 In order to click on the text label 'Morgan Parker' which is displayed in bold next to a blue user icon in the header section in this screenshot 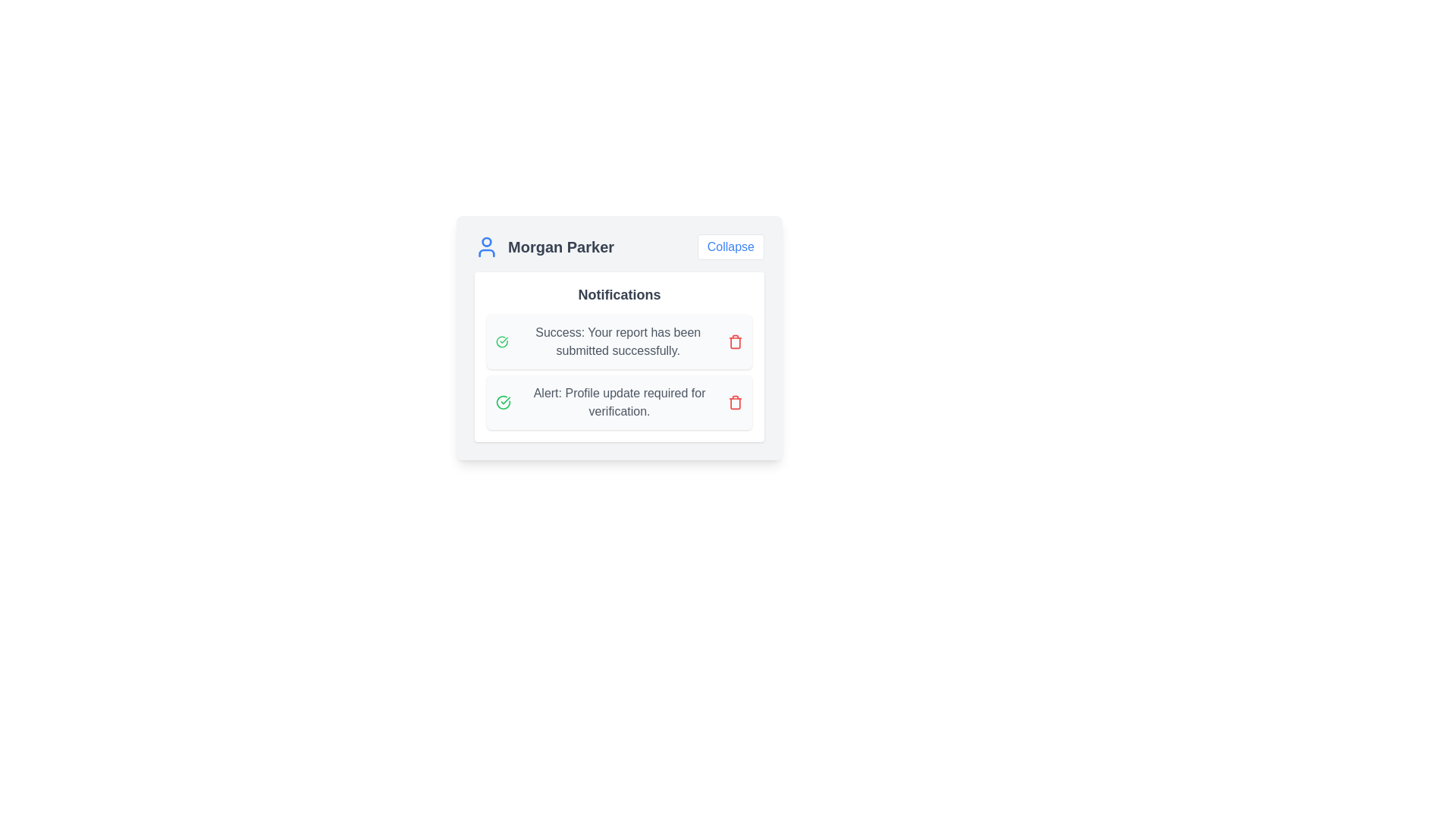, I will do `click(544, 246)`.